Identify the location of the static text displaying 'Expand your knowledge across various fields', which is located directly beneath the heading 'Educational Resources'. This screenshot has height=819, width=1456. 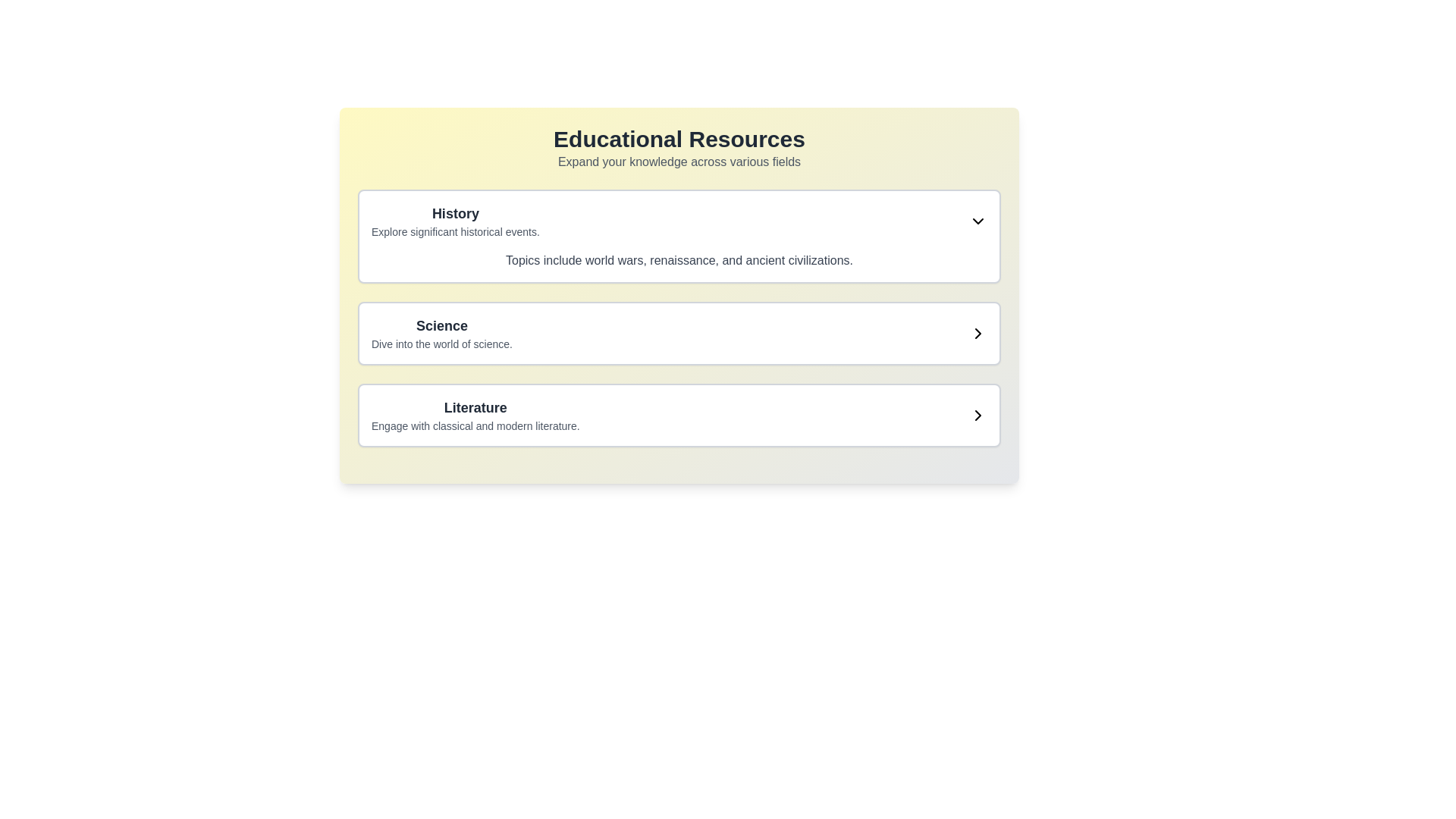
(679, 162).